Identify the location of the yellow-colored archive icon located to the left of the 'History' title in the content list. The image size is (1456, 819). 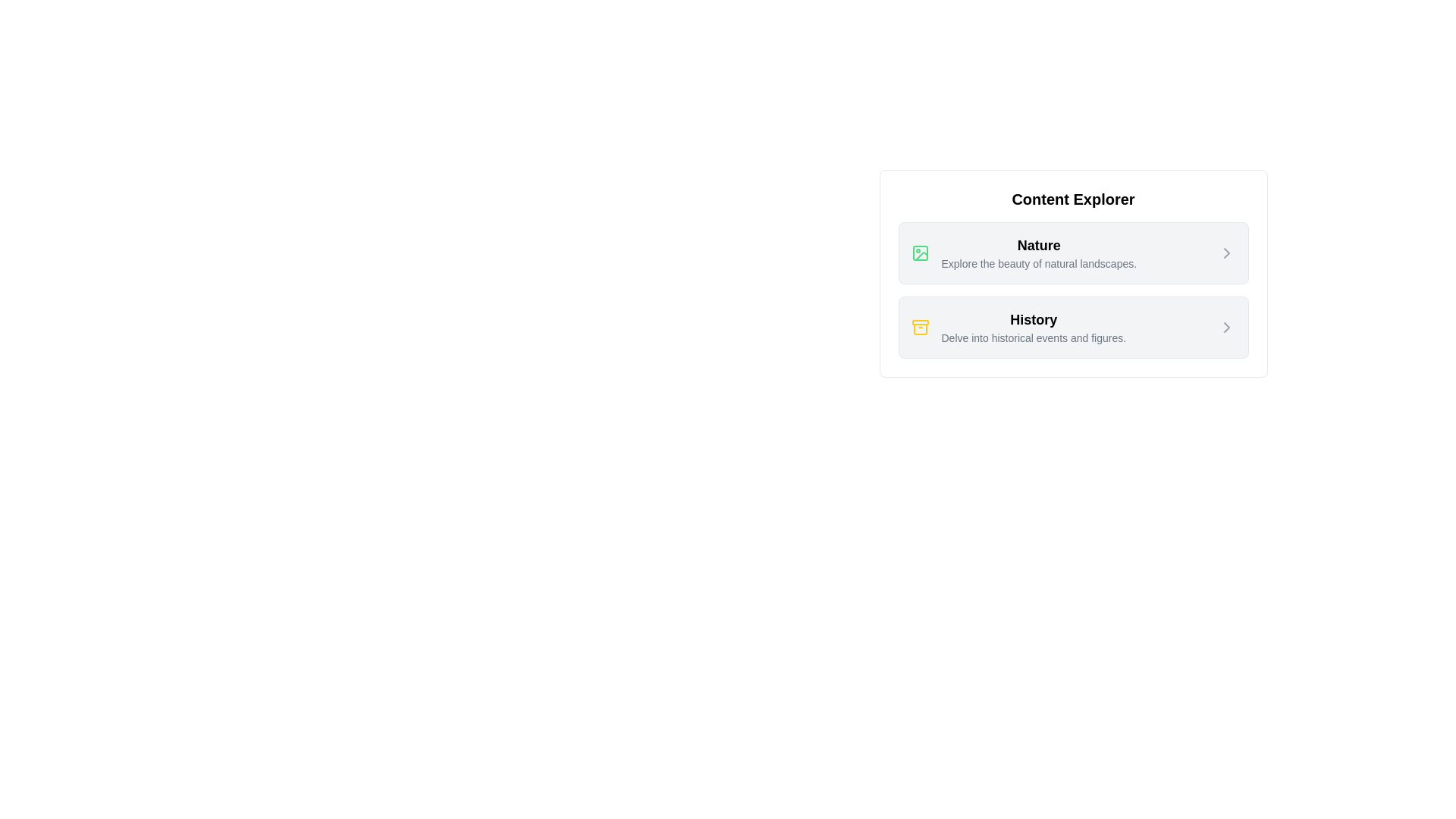
(919, 327).